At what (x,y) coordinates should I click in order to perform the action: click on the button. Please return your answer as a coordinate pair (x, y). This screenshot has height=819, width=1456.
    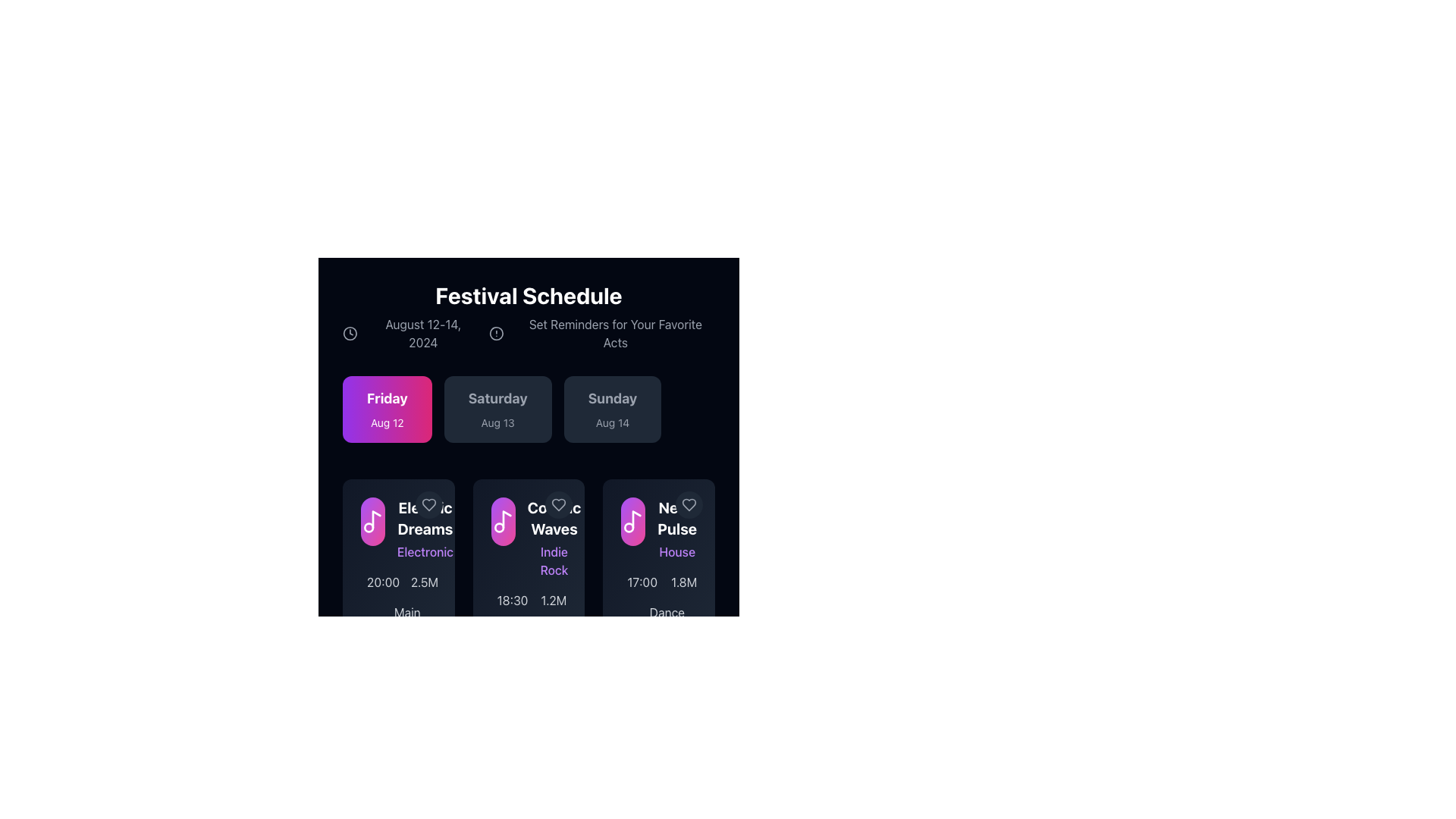
    Looking at the image, I should click on (497, 409).